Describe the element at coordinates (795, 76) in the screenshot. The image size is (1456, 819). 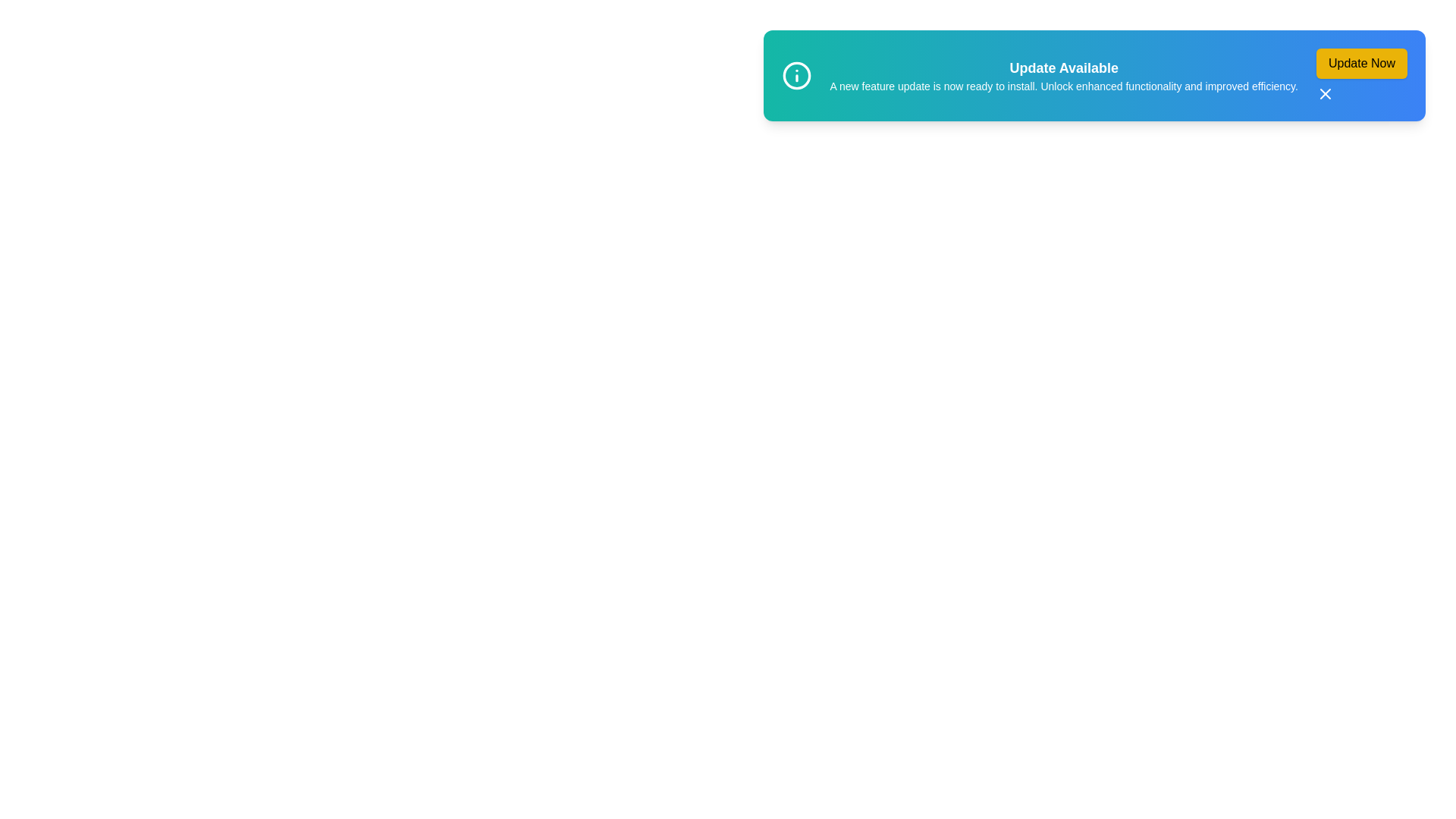
I see `the icon in the snackbar to observe its status information` at that location.